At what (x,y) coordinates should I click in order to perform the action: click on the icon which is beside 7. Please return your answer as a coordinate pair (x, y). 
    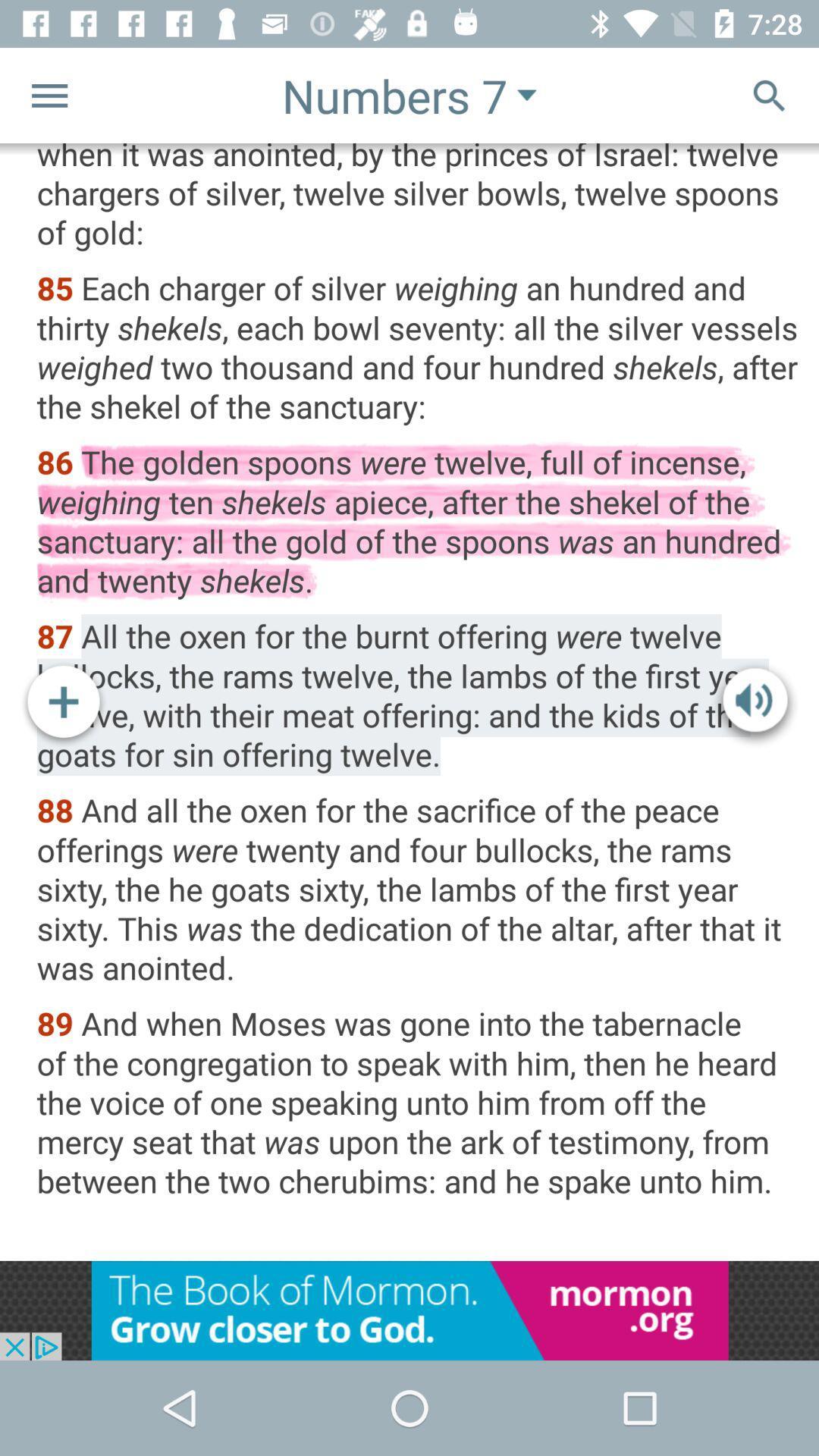
    Looking at the image, I should click on (526, 94).